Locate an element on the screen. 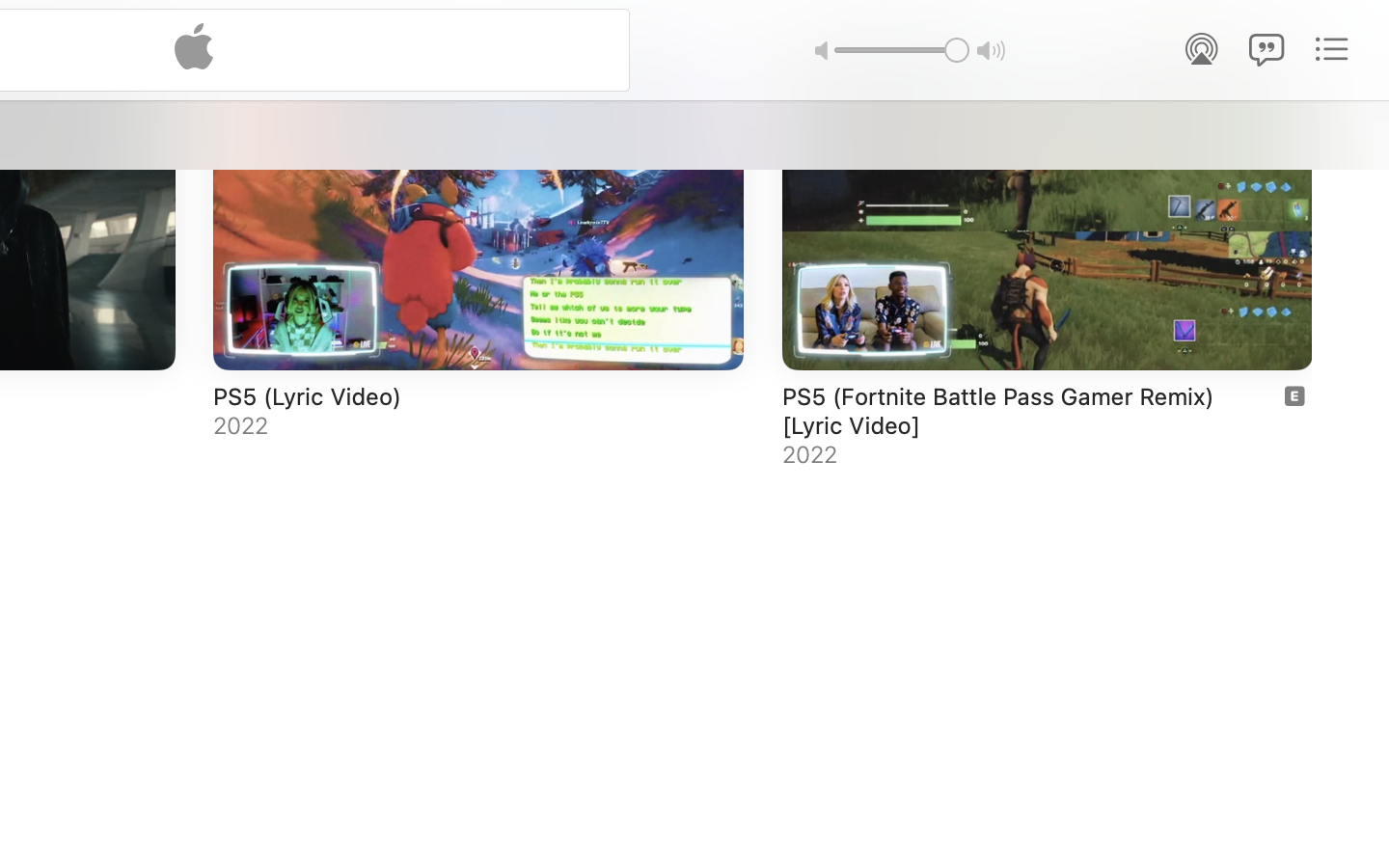 The width and height of the screenshot is (1389, 868). '￼' is located at coordinates (1293, 395).